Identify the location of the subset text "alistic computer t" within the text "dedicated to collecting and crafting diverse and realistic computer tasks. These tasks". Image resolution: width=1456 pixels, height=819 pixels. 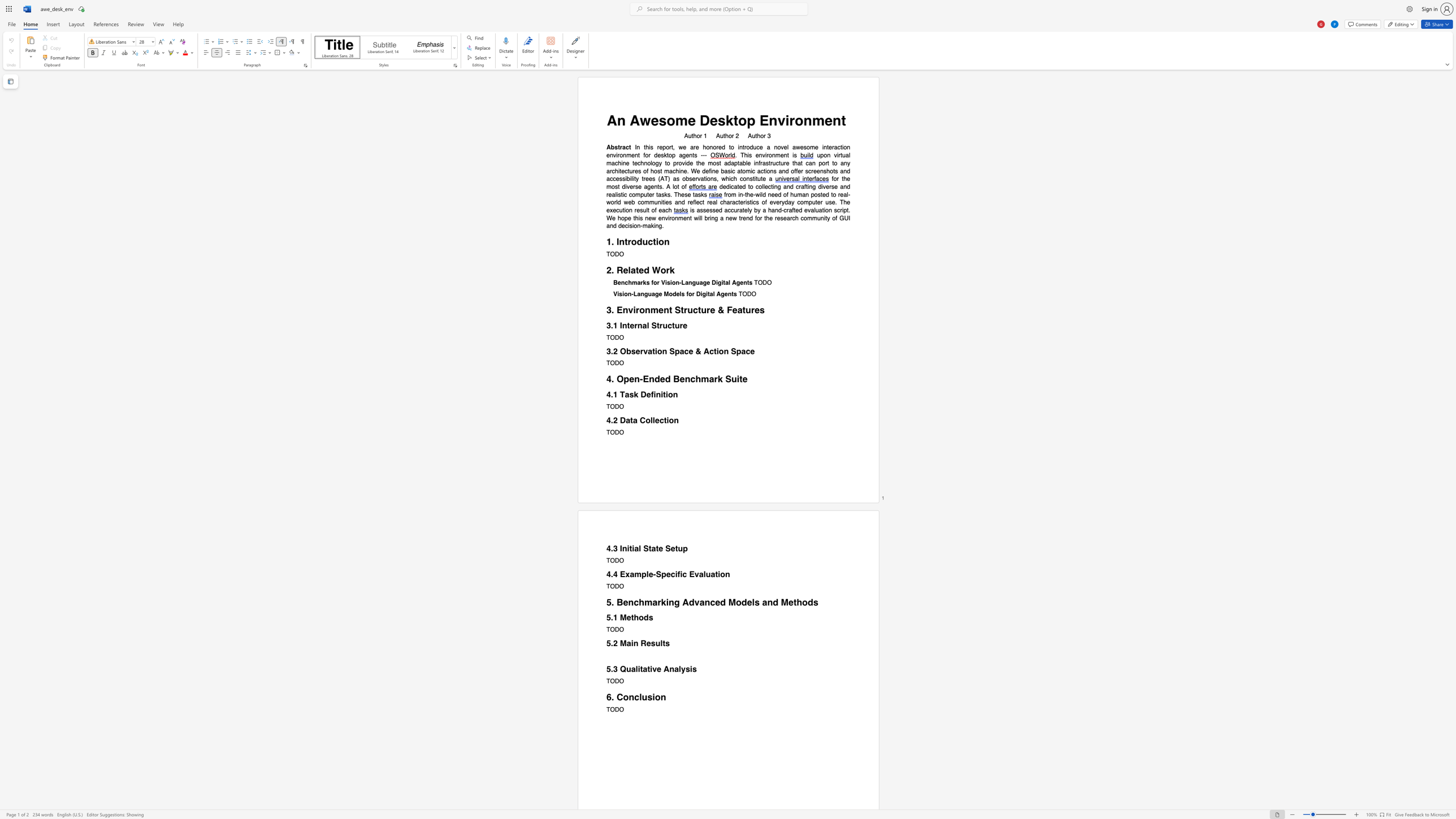
(611, 194).